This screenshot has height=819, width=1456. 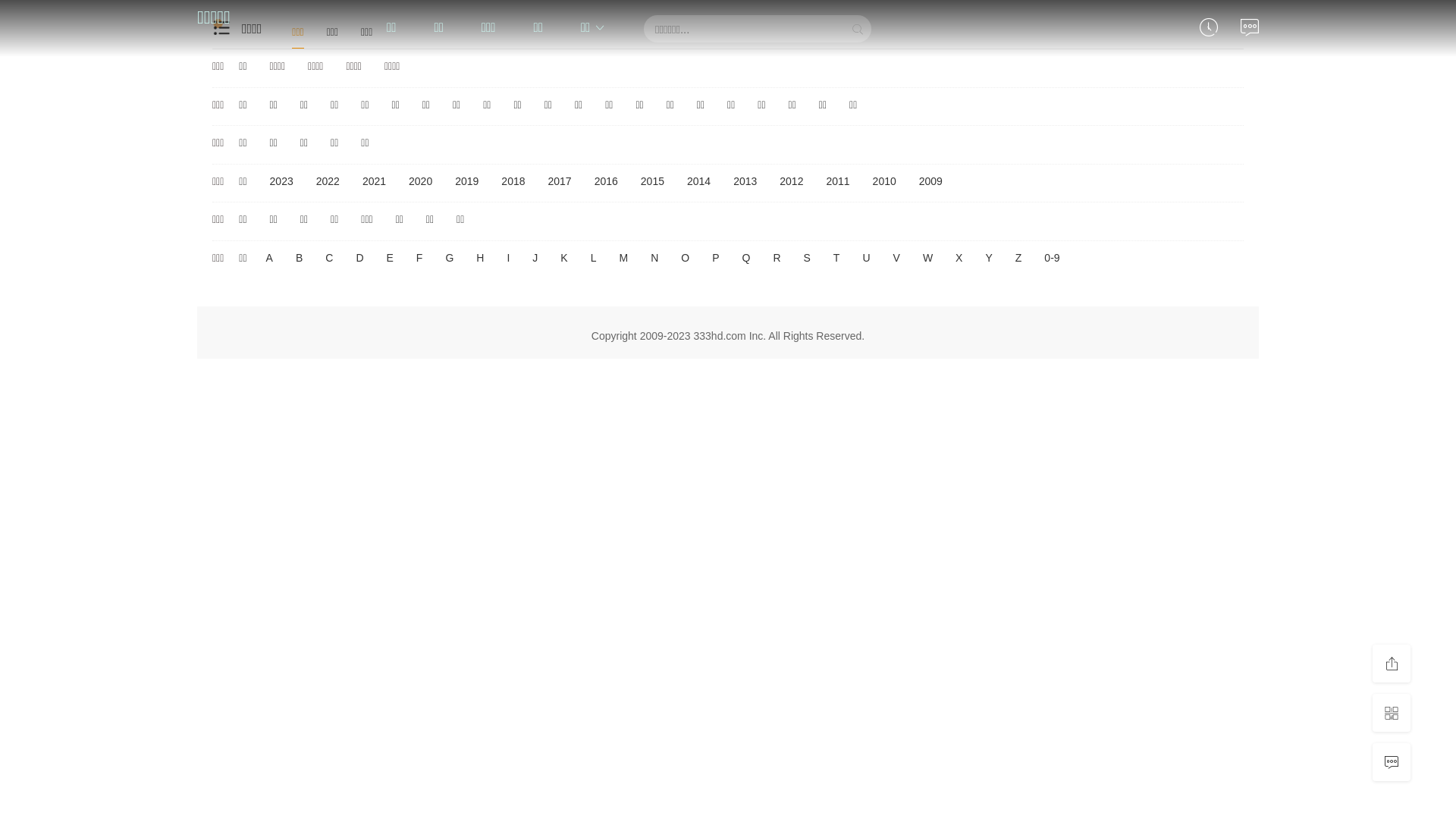 What do you see at coordinates (419, 257) in the screenshot?
I see `'F'` at bounding box center [419, 257].